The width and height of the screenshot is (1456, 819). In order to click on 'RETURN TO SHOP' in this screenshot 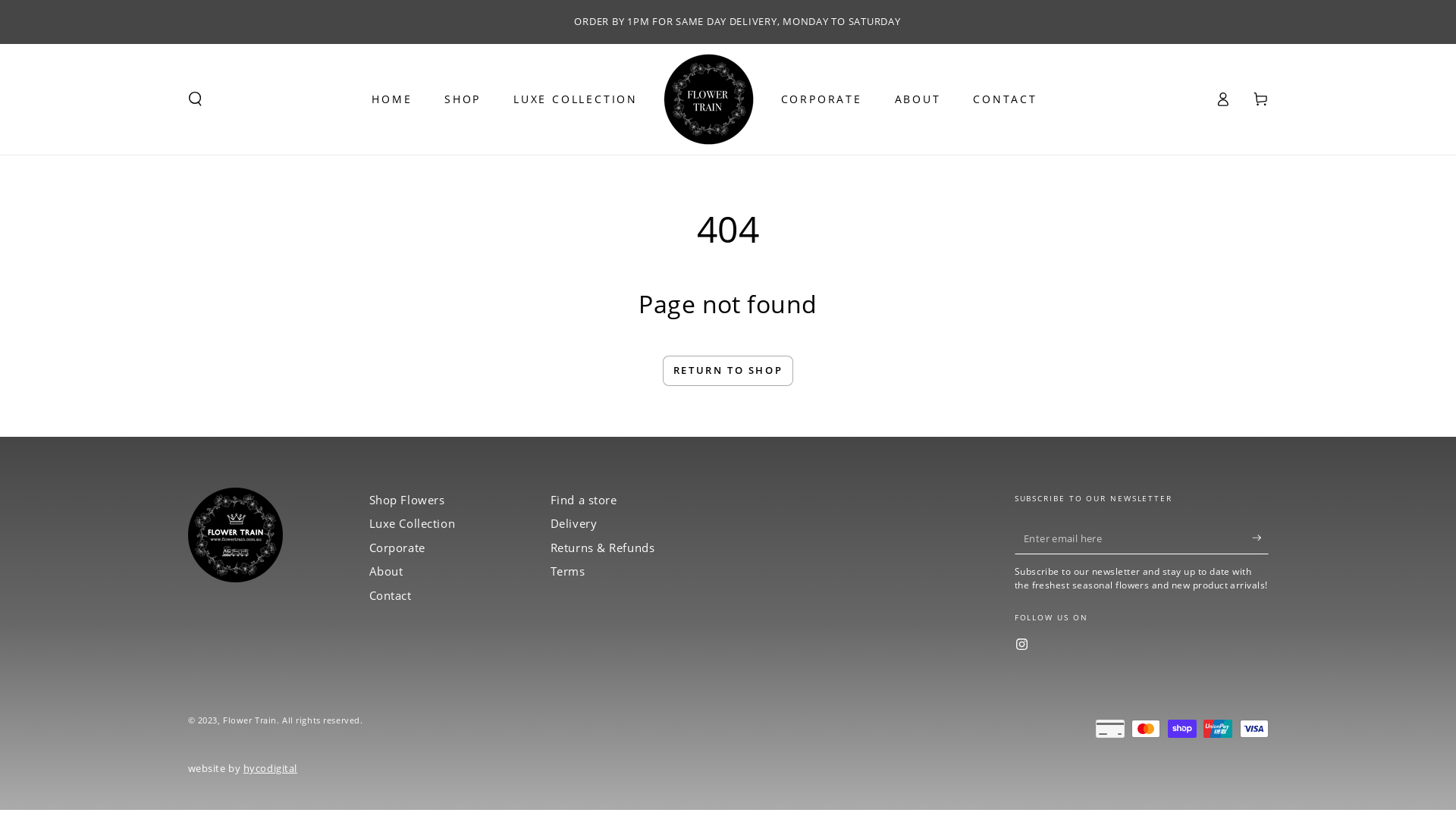, I will do `click(728, 370)`.